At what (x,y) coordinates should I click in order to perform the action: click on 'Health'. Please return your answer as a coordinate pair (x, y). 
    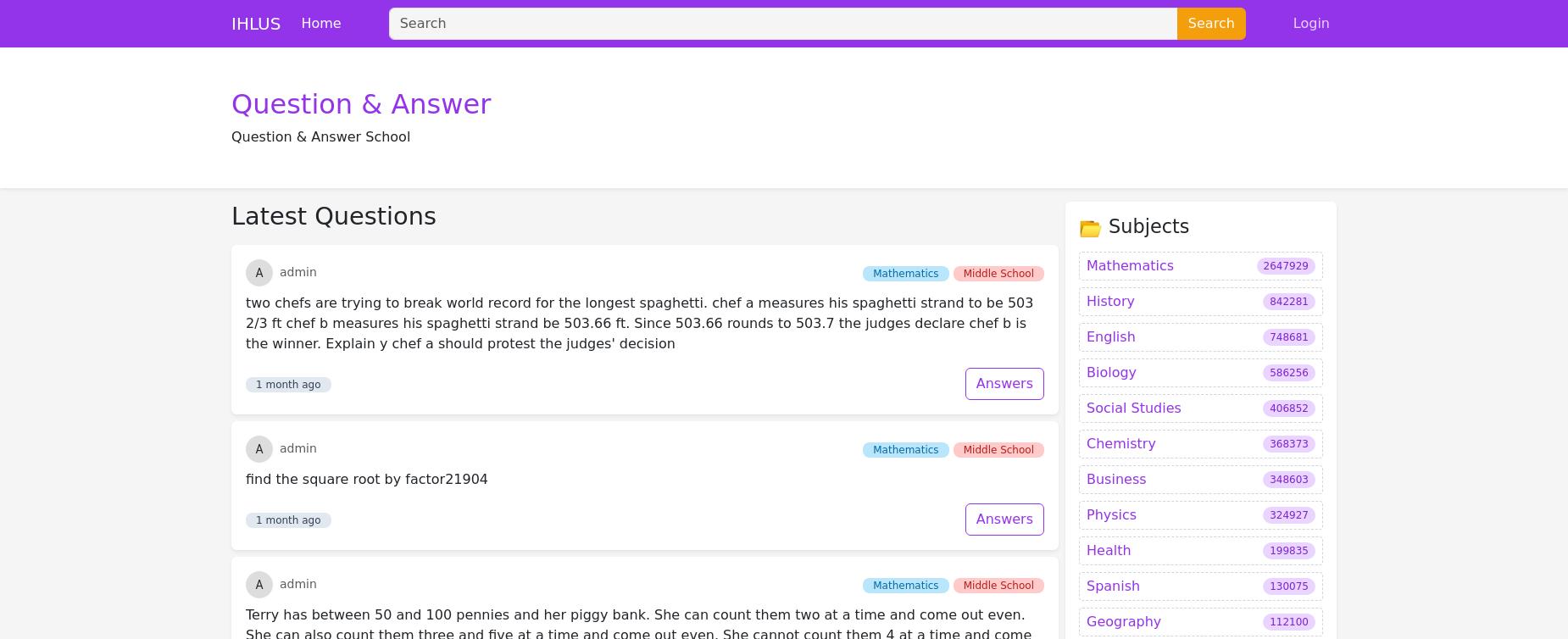
    Looking at the image, I should click on (1086, 370).